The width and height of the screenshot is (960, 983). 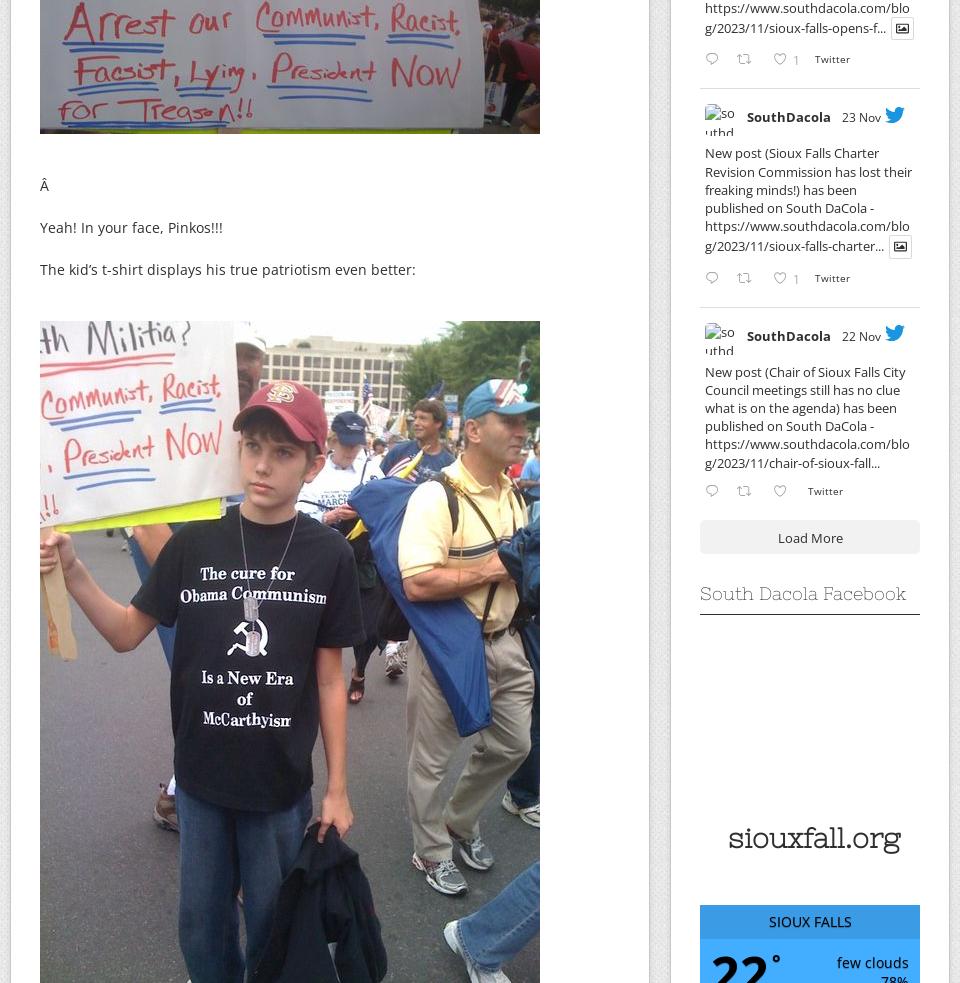 I want to click on '23 Nov', so click(x=860, y=116).